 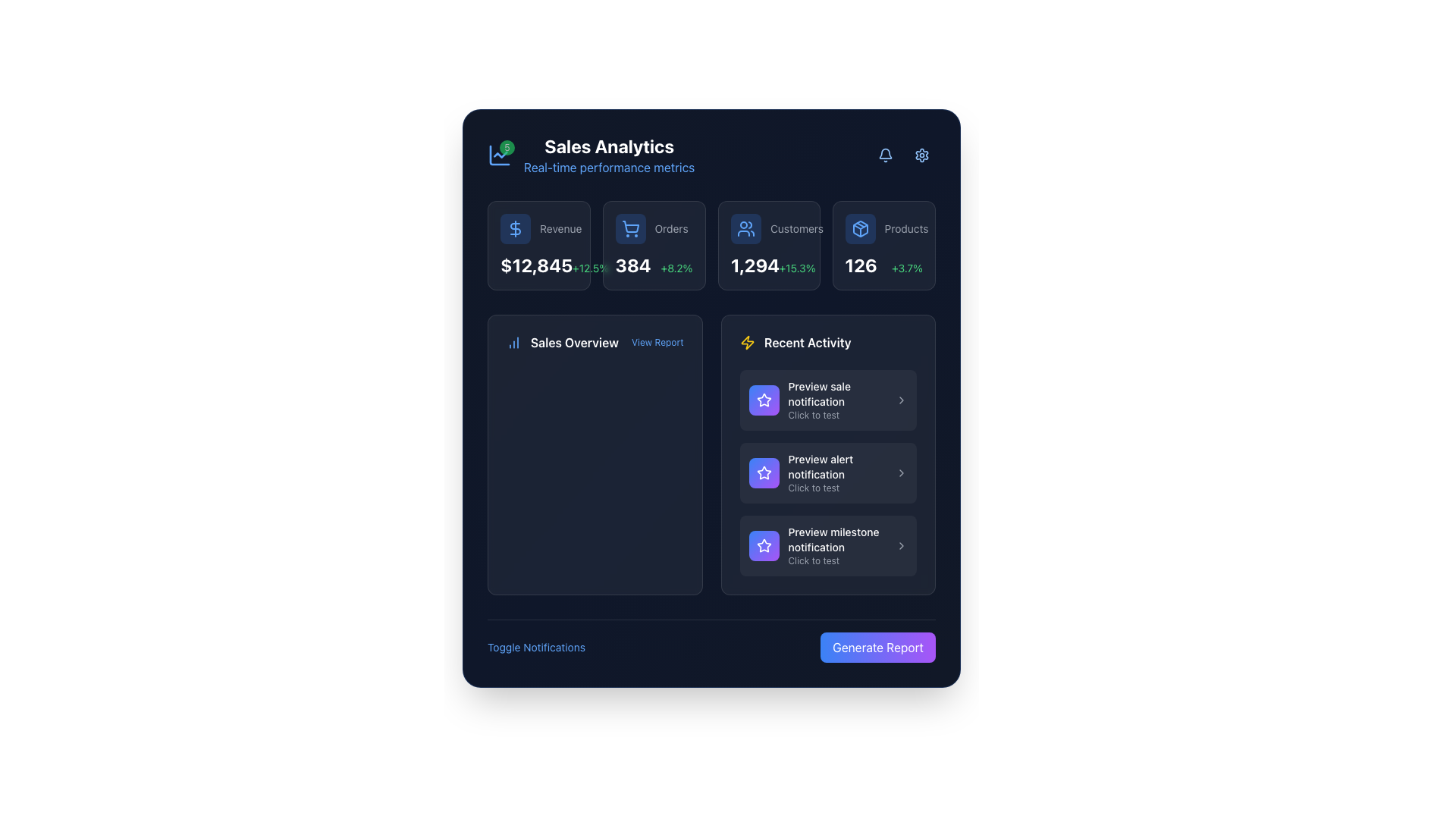 I want to click on text content of the Text label that serves as a title or label for the section summarizing or analyzing sales data, positioned above the larger panel displaying detailed analytics, so click(x=574, y=342).